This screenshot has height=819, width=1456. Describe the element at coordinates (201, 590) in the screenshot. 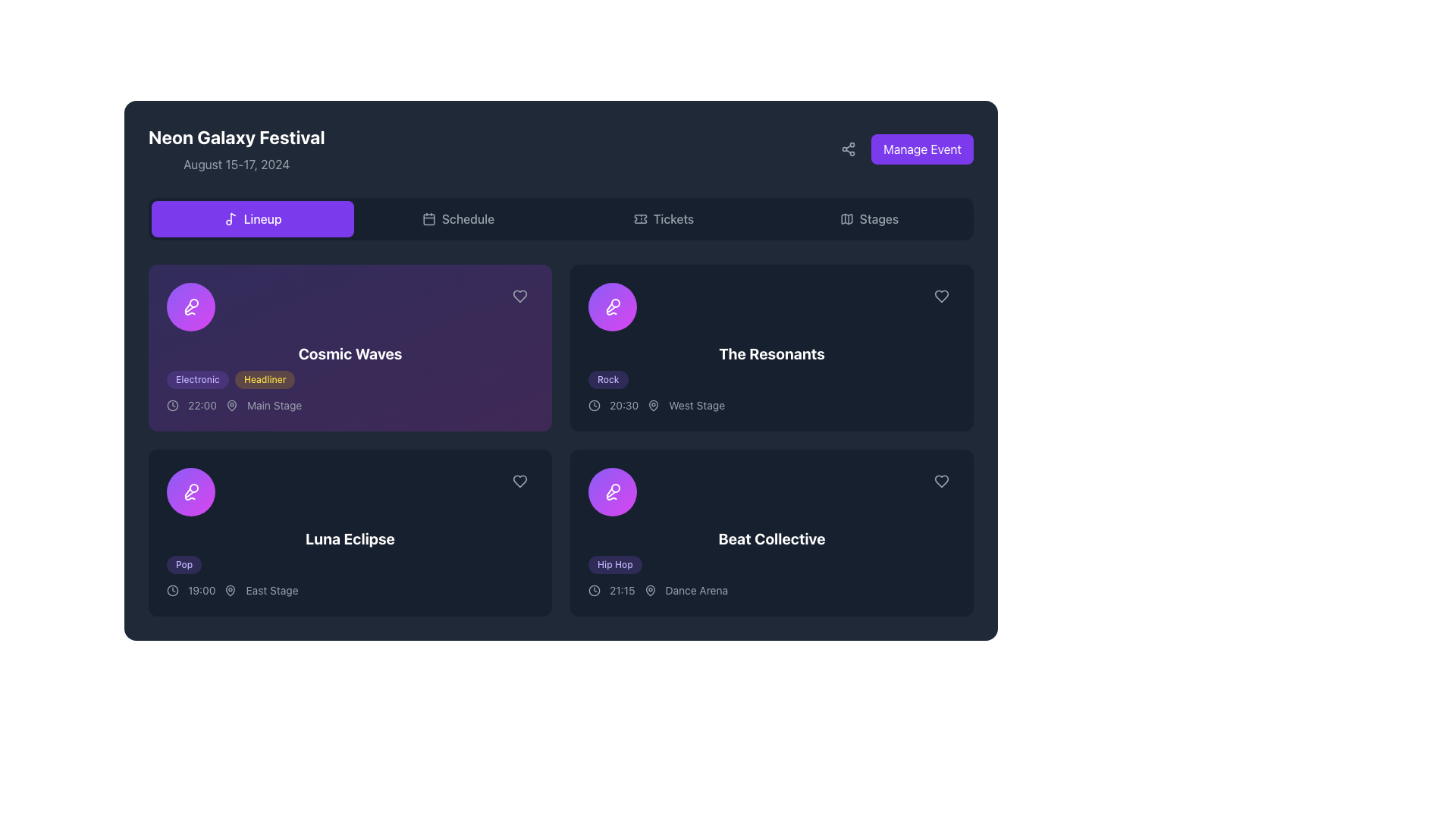

I see `the time label displaying '19:00' located under the title 'Luna Eclipse', positioned between a clock icon and the 'East Stage' label` at that location.